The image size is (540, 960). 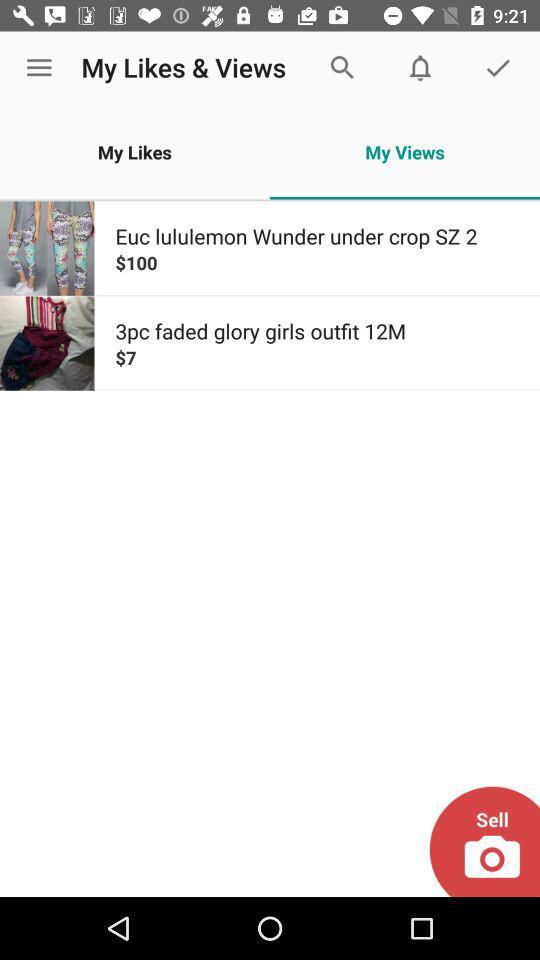 What do you see at coordinates (483, 840) in the screenshot?
I see `sell` at bounding box center [483, 840].